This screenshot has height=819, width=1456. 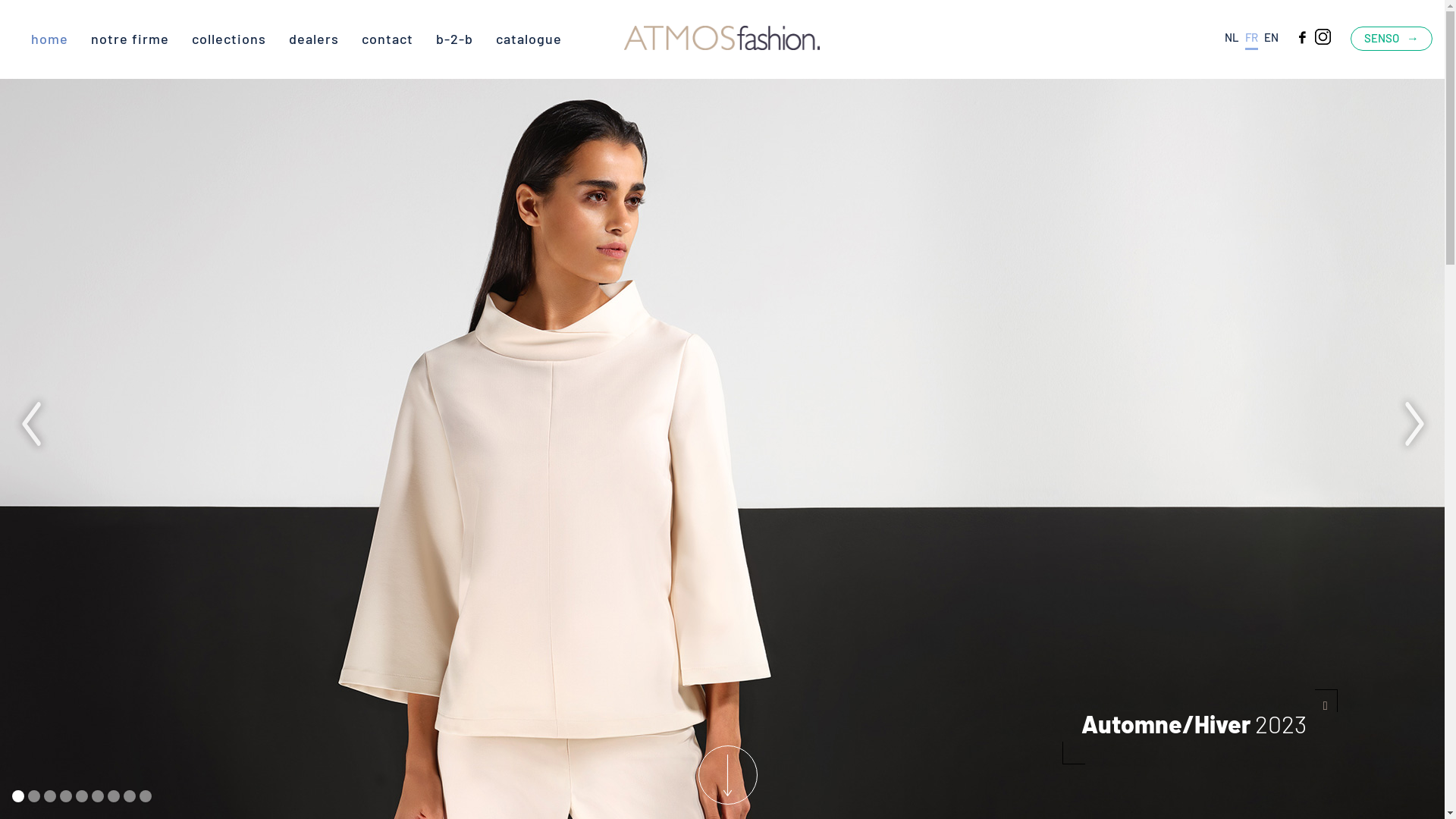 I want to click on 'SENSO', so click(x=1391, y=37).